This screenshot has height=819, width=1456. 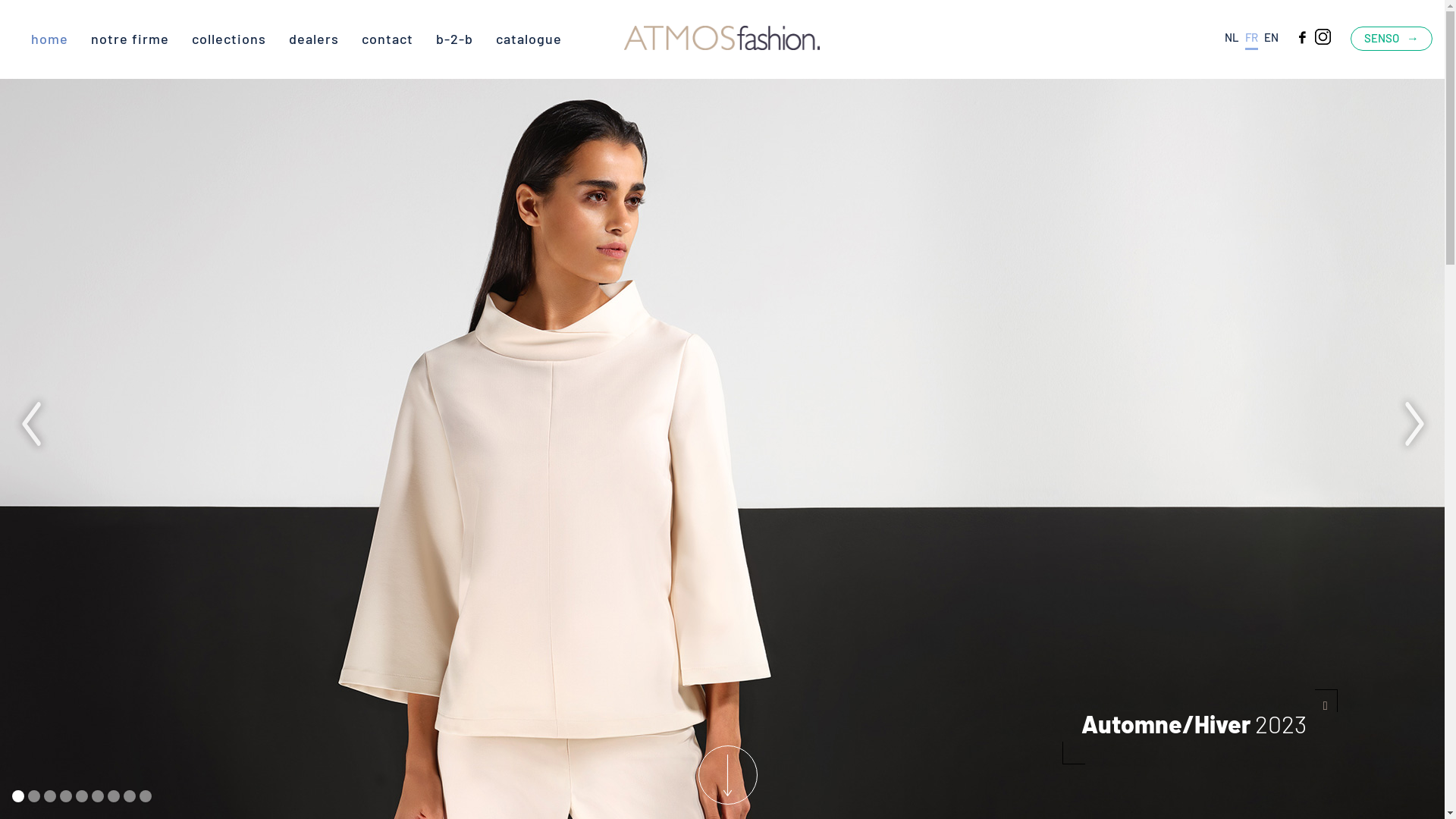 I want to click on 'SENSO', so click(x=1391, y=37).